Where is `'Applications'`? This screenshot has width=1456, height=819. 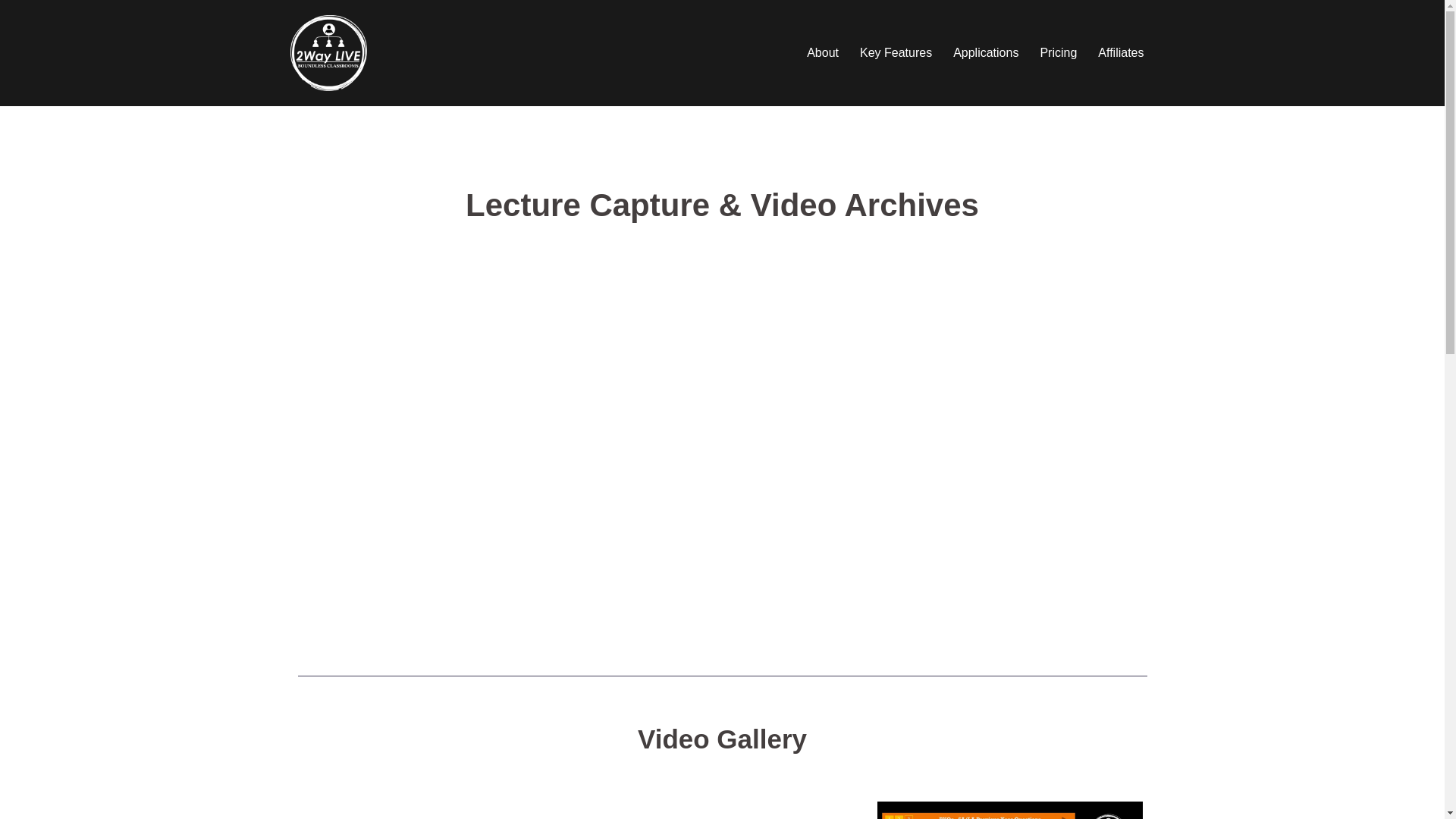
'Applications' is located at coordinates (986, 52).